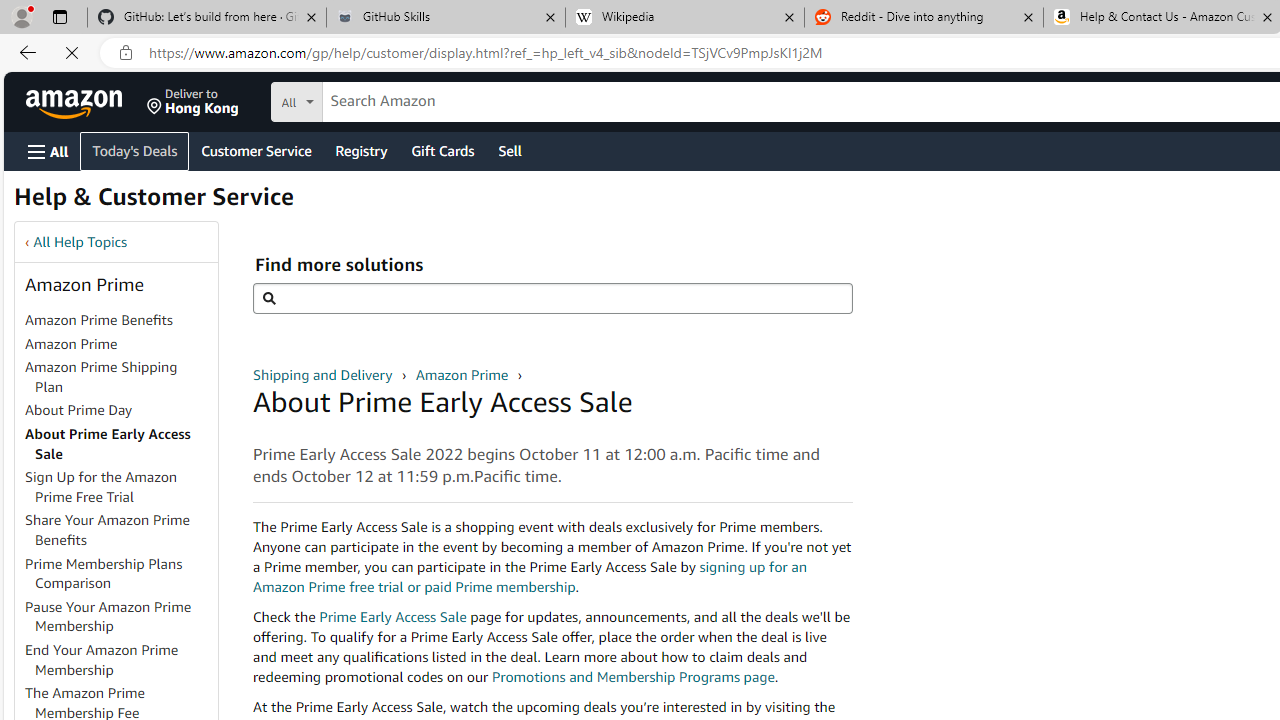  I want to click on 'Amazon', so click(76, 101).